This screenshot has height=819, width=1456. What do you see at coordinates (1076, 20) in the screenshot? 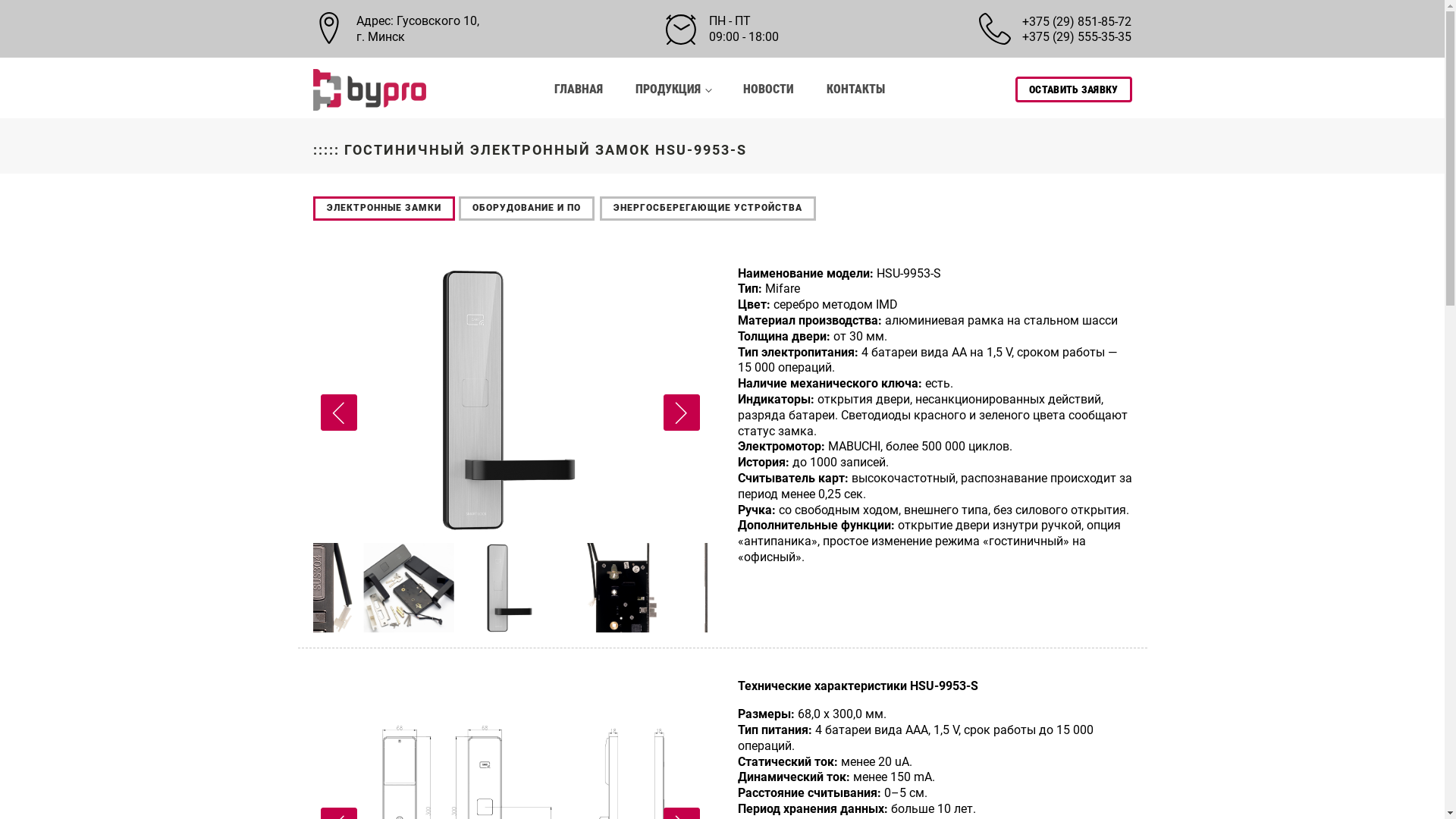
I see `'+375 (29) 851-85-72'` at bounding box center [1076, 20].